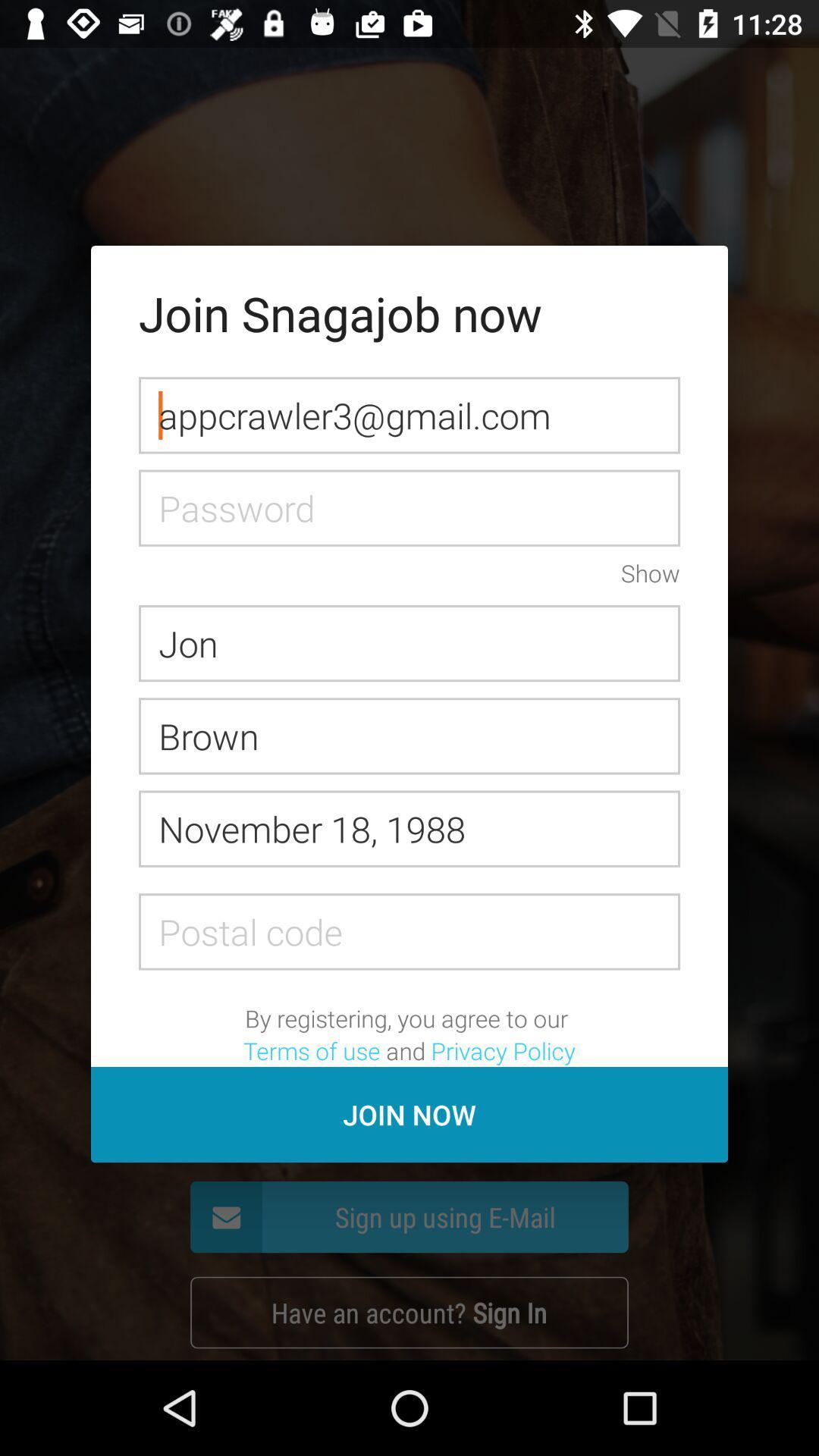 This screenshot has width=819, height=1456. I want to click on date of birth, so click(409, 828).